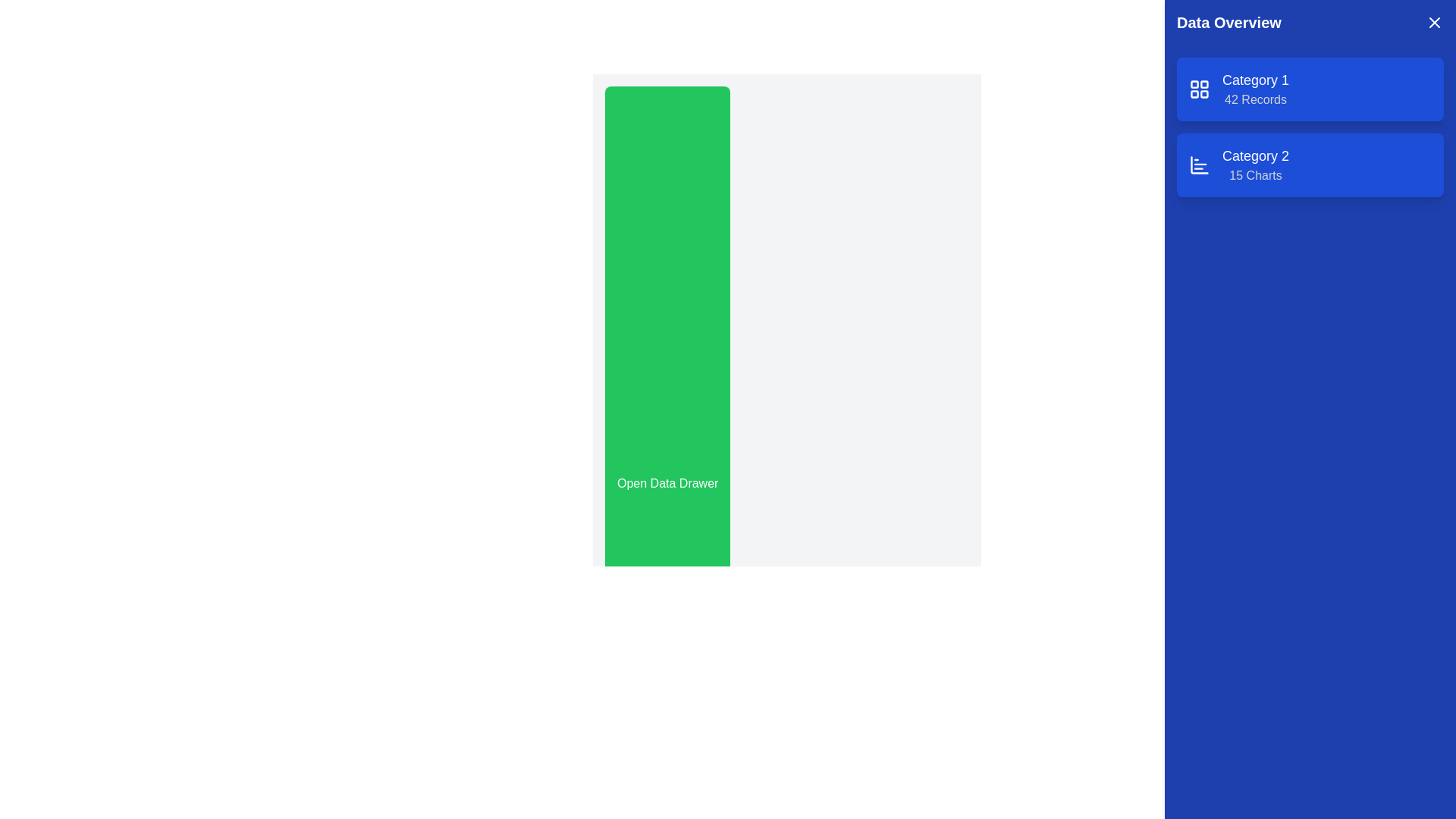 This screenshot has height=819, width=1456. What do you see at coordinates (1256, 89) in the screenshot?
I see `the category item corresponding to Category 1` at bounding box center [1256, 89].